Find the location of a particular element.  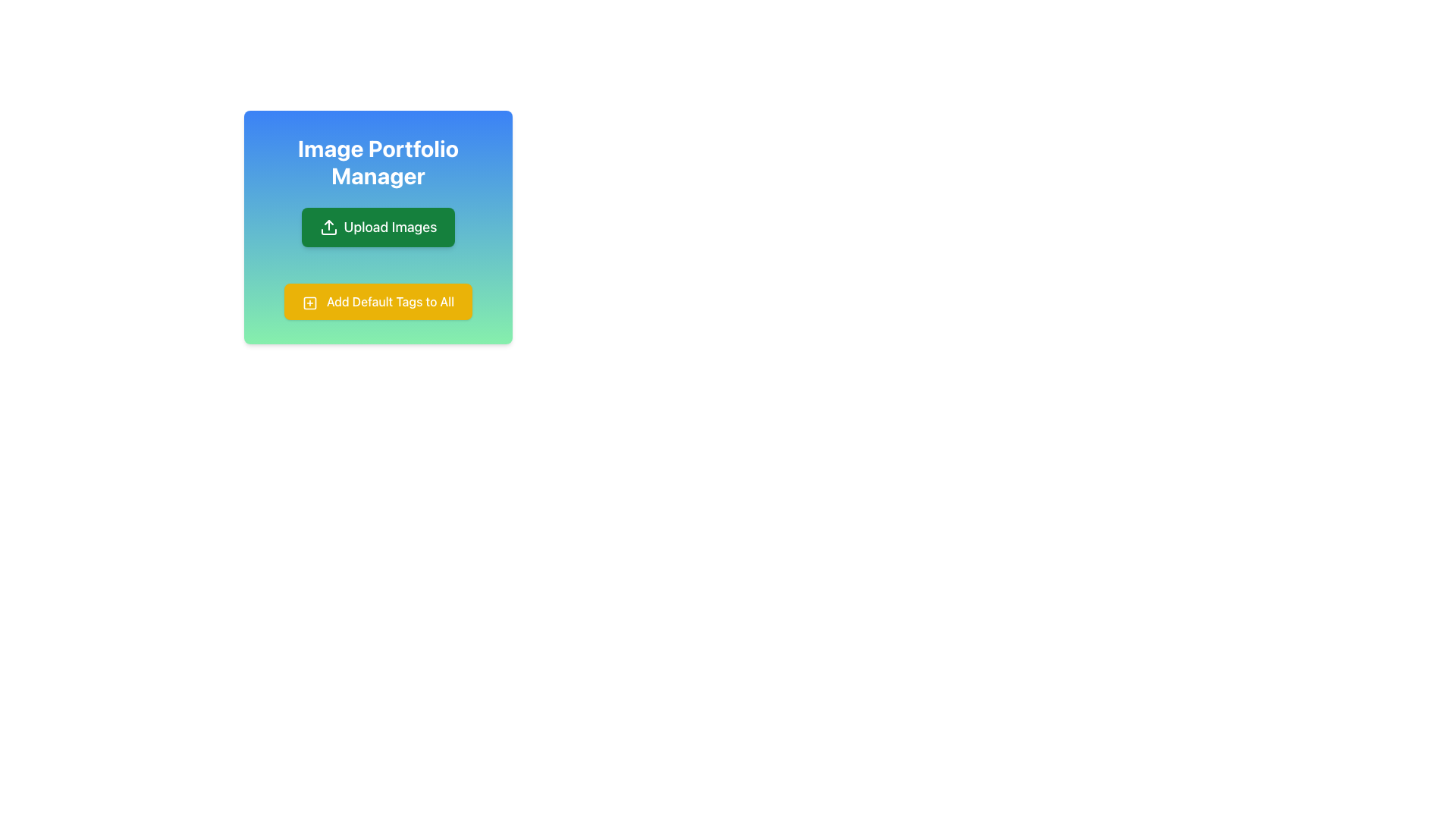

the yellow rectangular button labeled 'Add Default Tags to All' with a plus icon, located below the 'Upload Images' button is located at coordinates (378, 301).